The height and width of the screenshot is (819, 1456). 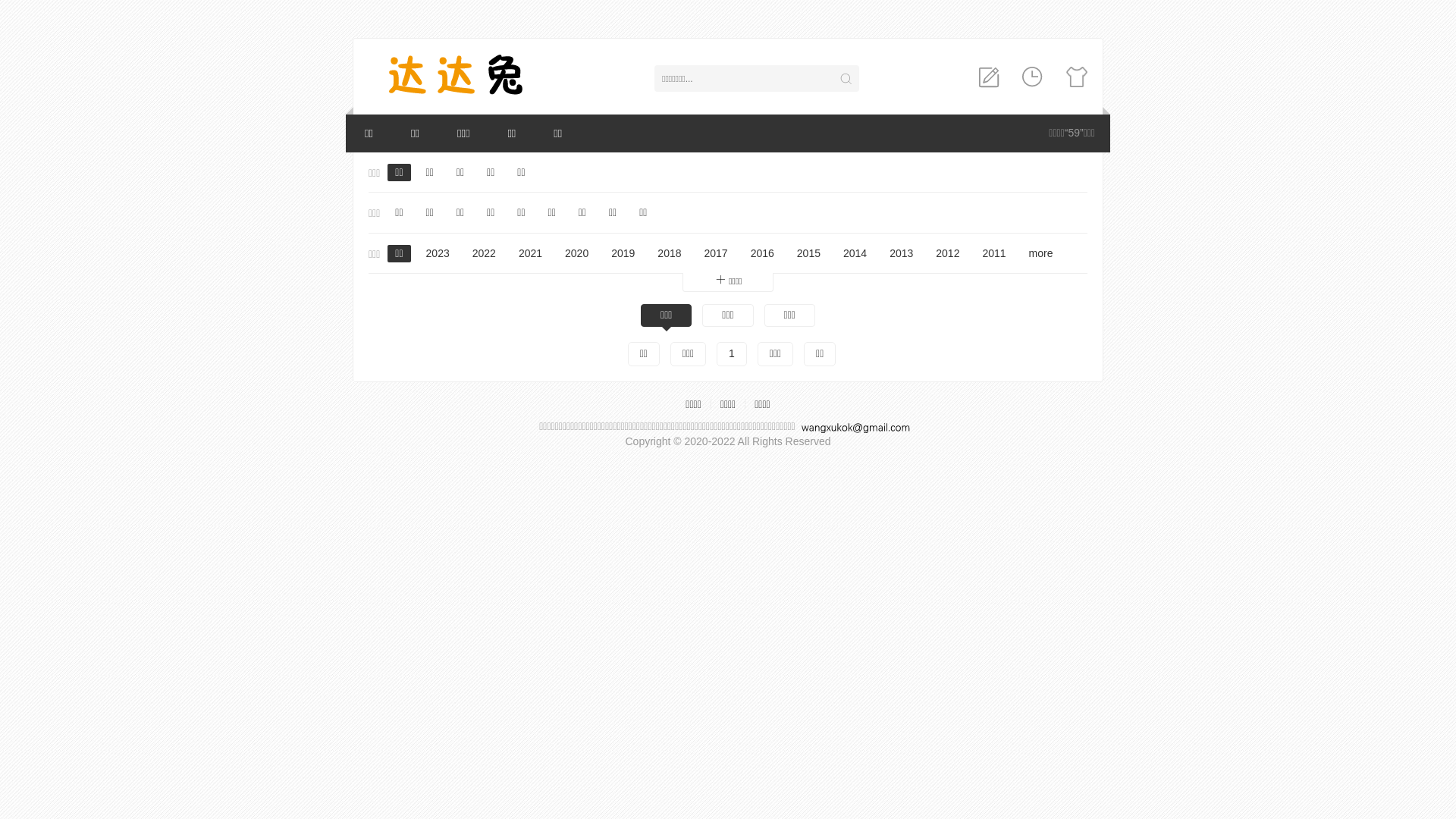 What do you see at coordinates (1040, 253) in the screenshot?
I see `'more'` at bounding box center [1040, 253].